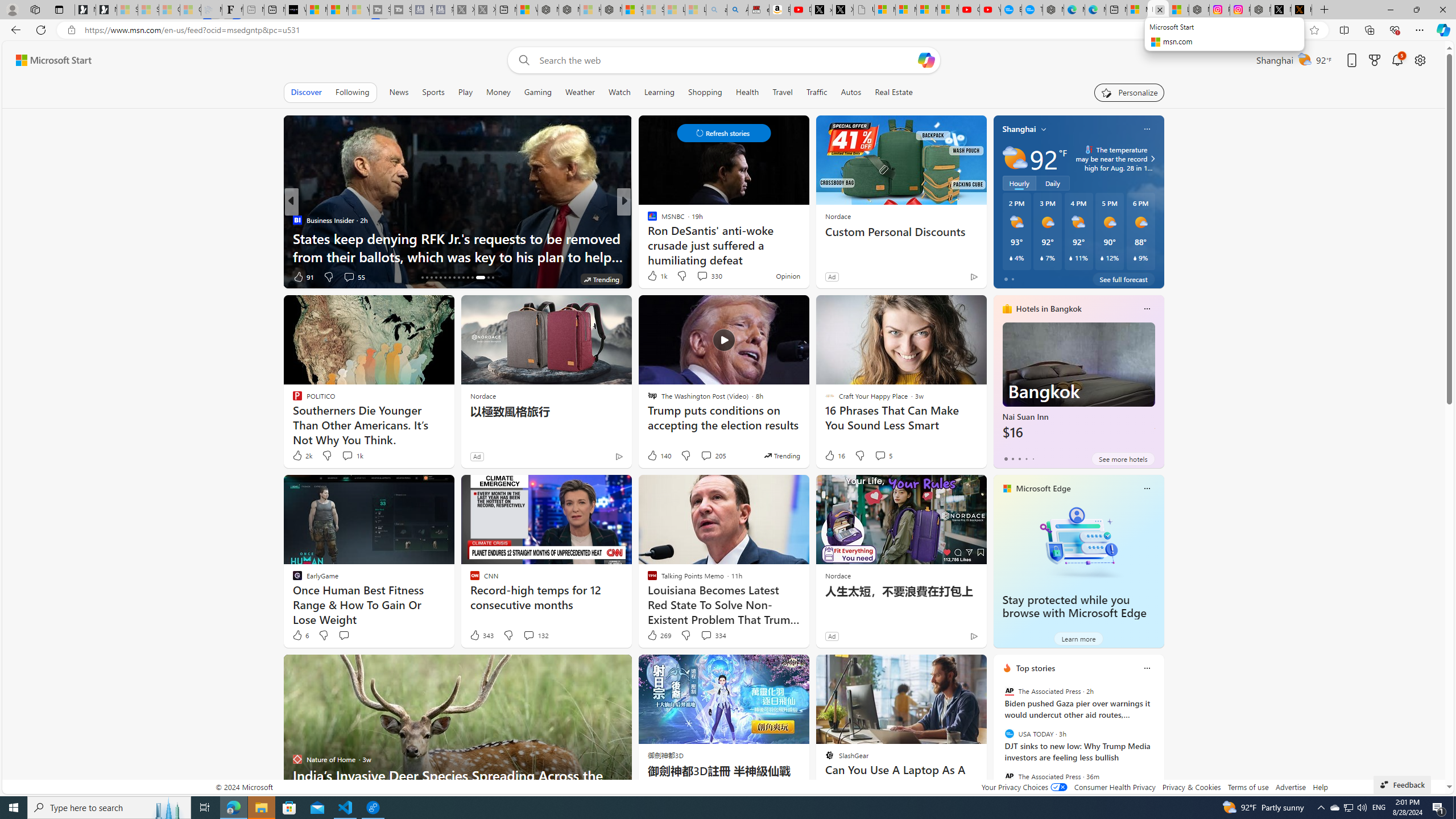 The height and width of the screenshot is (819, 1456). What do you see at coordinates (1043, 128) in the screenshot?
I see `'My location'` at bounding box center [1043, 128].